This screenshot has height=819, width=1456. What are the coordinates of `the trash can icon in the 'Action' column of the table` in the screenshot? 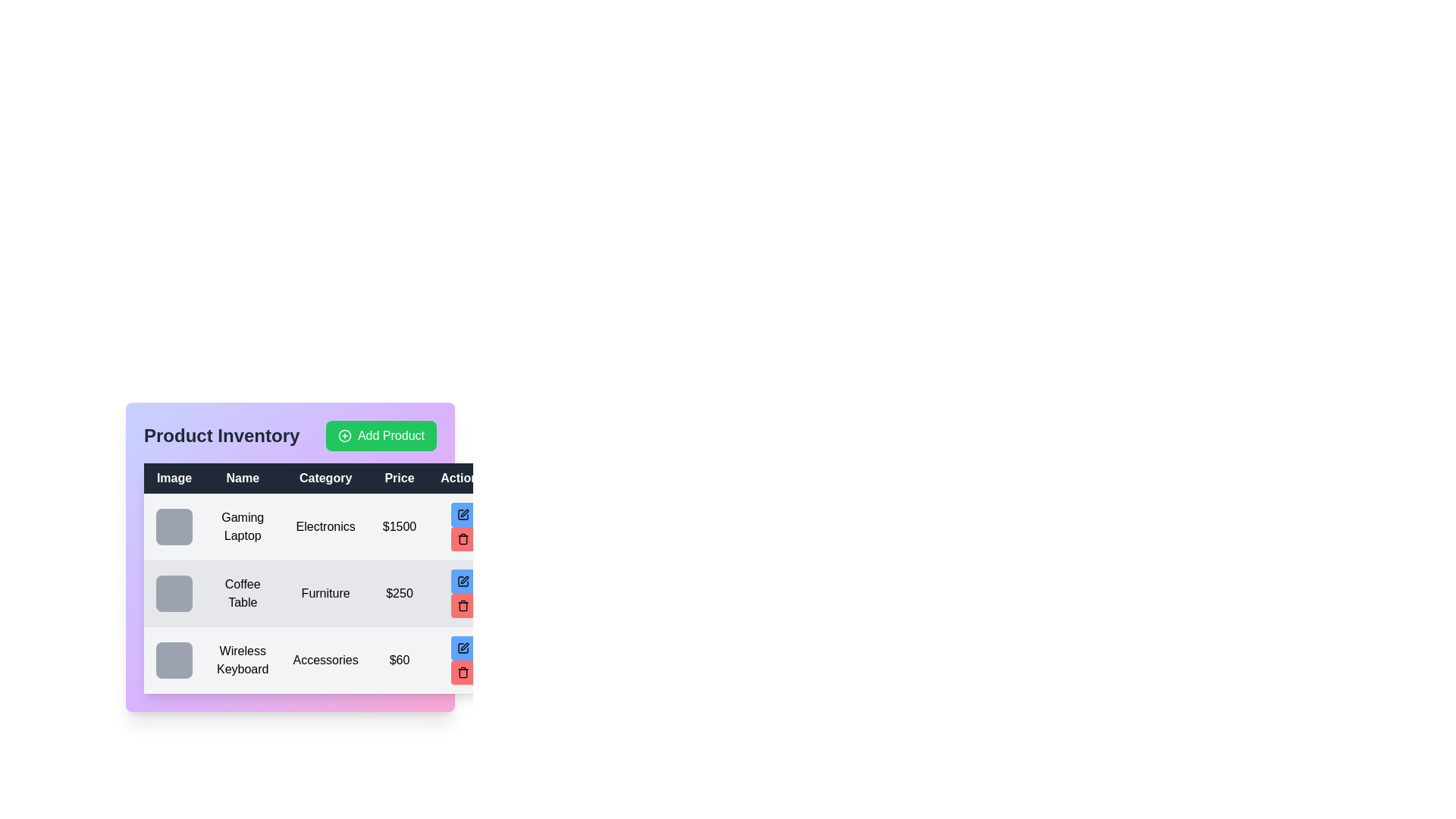 It's located at (462, 538).